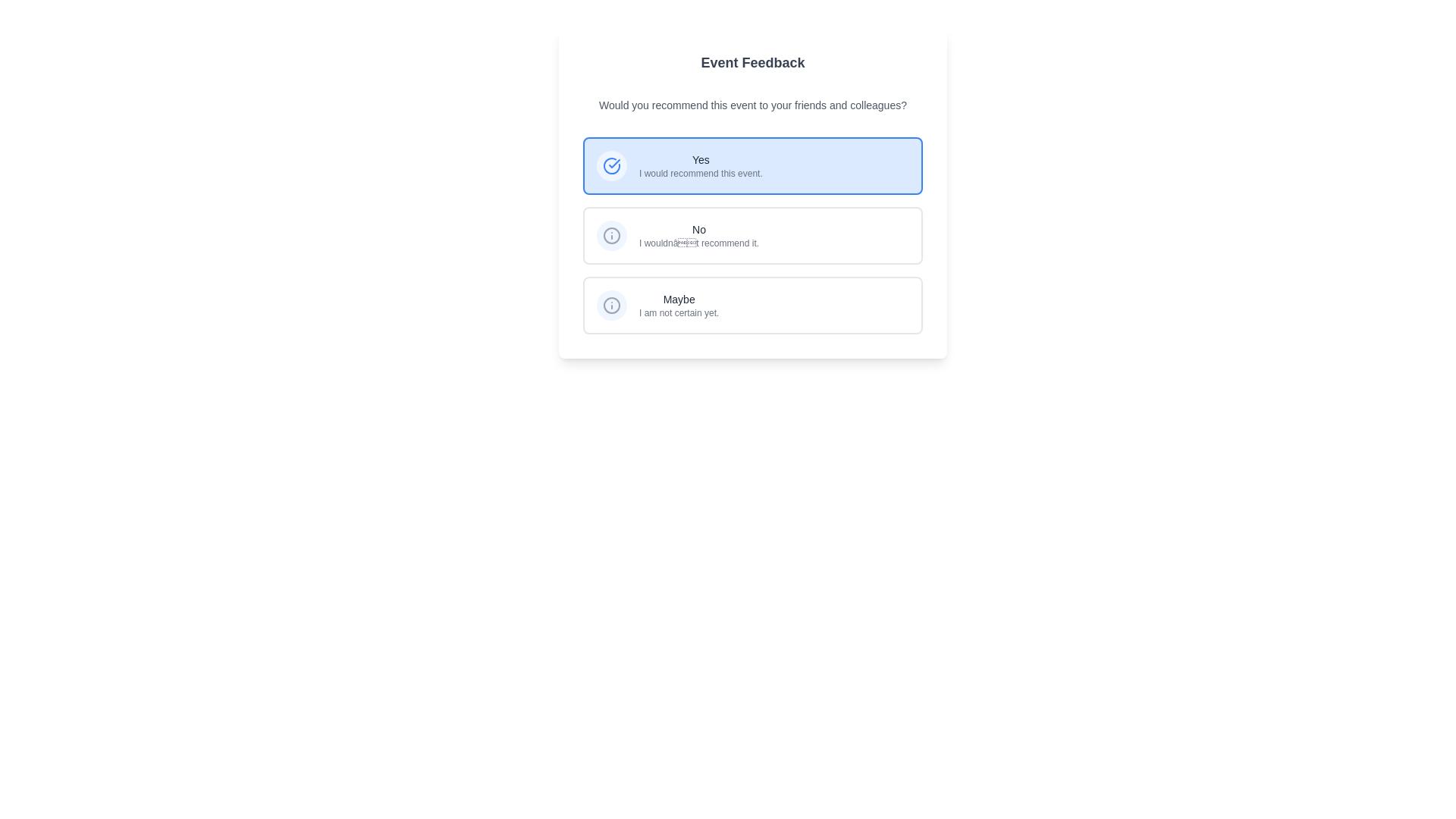  What do you see at coordinates (611, 236) in the screenshot?
I see `the Informational icon located to the far left of the 'No, I wouldn’t recommend it.' option in the feedback interface` at bounding box center [611, 236].